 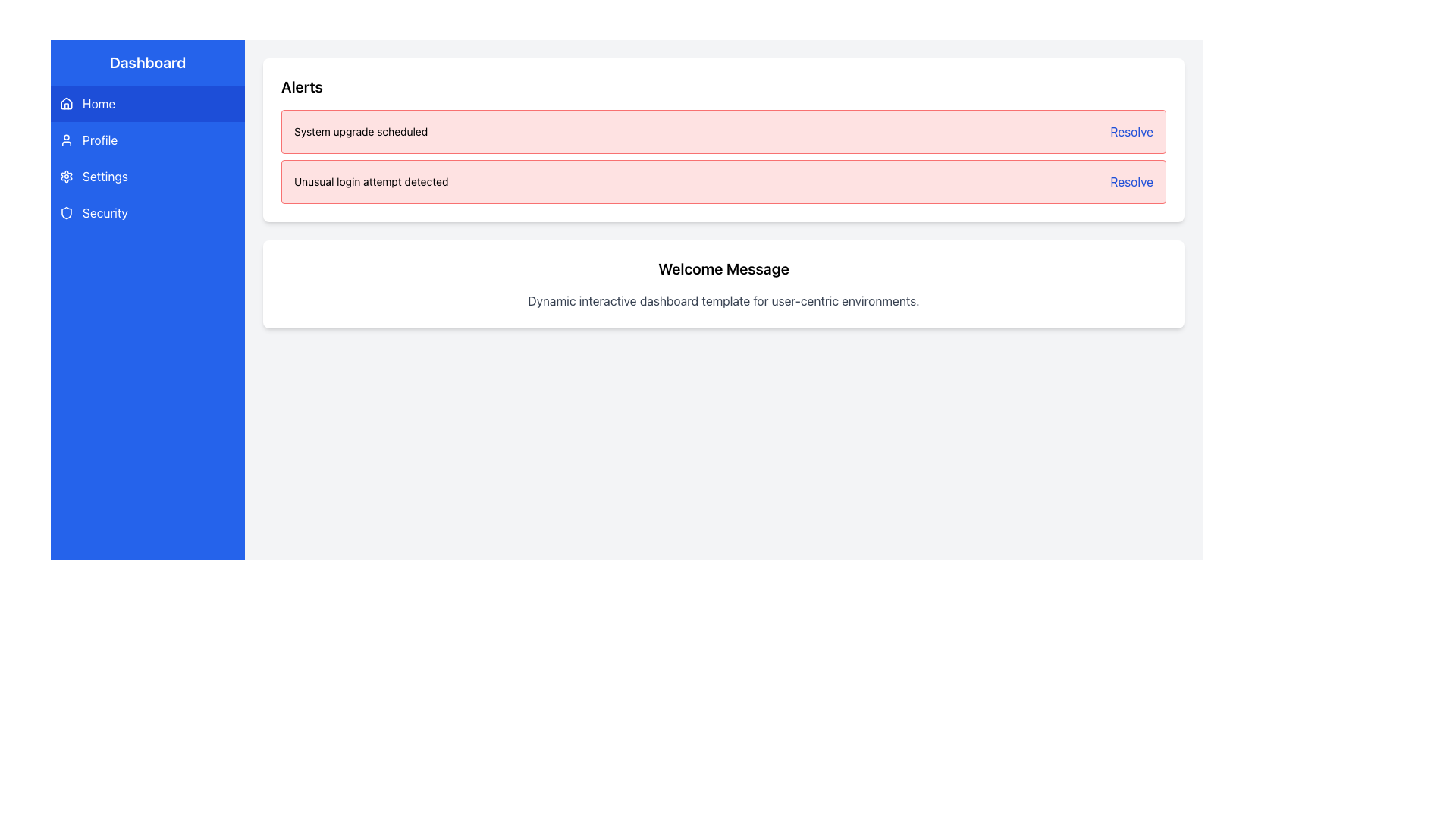 What do you see at coordinates (99, 140) in the screenshot?
I see `the Text label in the vertical navigation menu` at bounding box center [99, 140].